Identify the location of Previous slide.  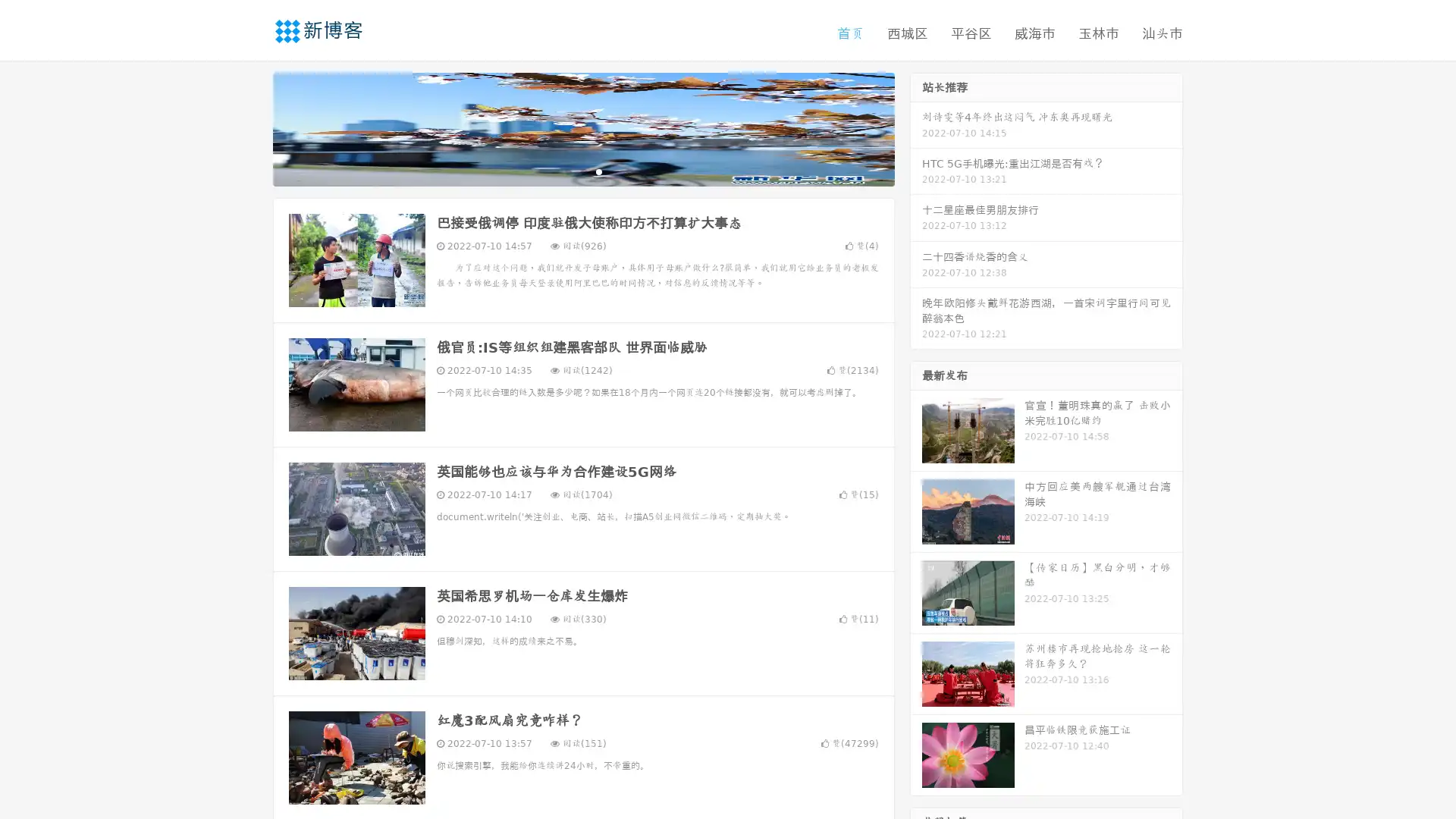
(250, 127).